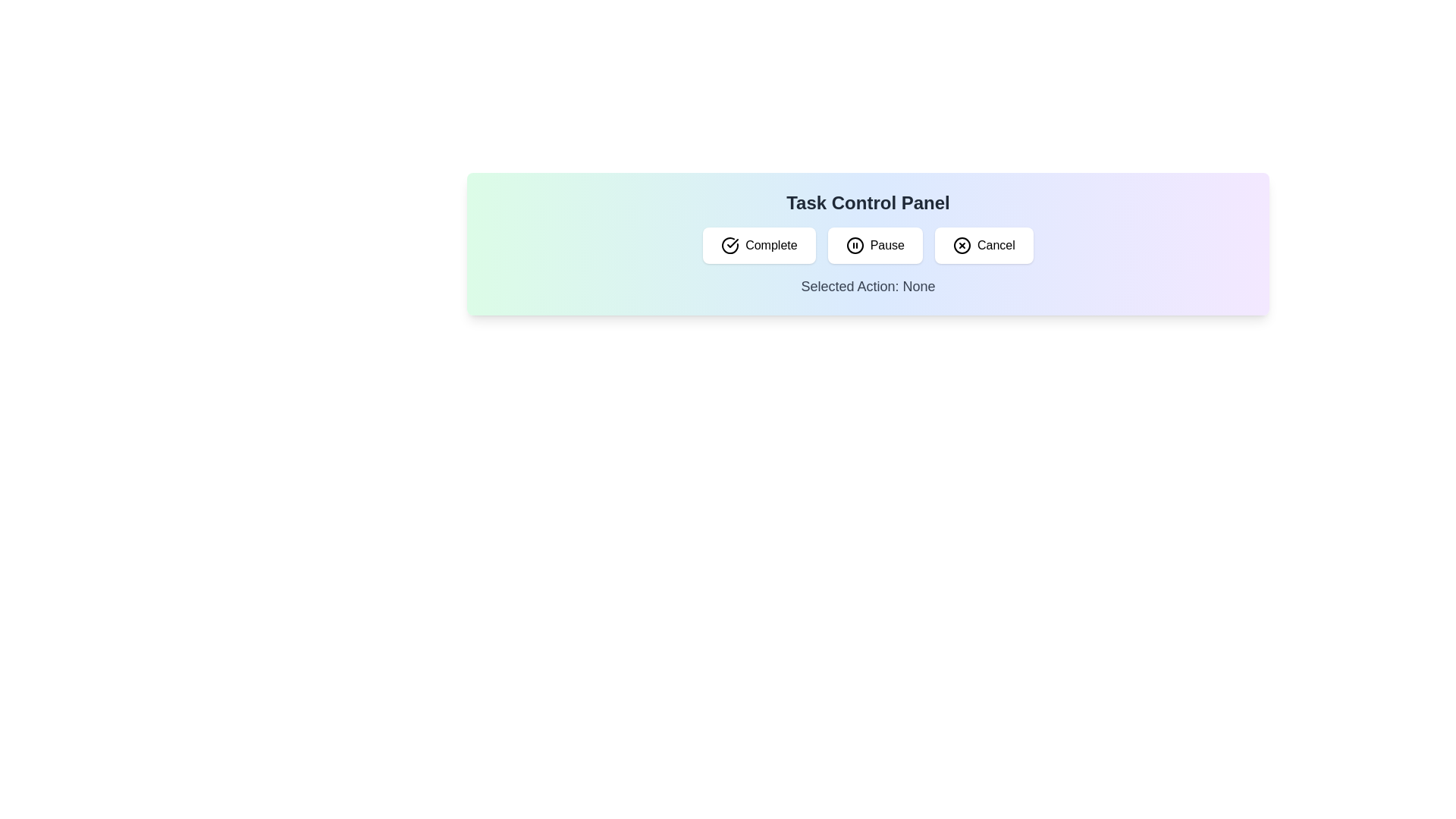  What do you see at coordinates (855, 245) in the screenshot?
I see `the 'Pause' button which contains the pause icon located at the center of the control panel interface` at bounding box center [855, 245].